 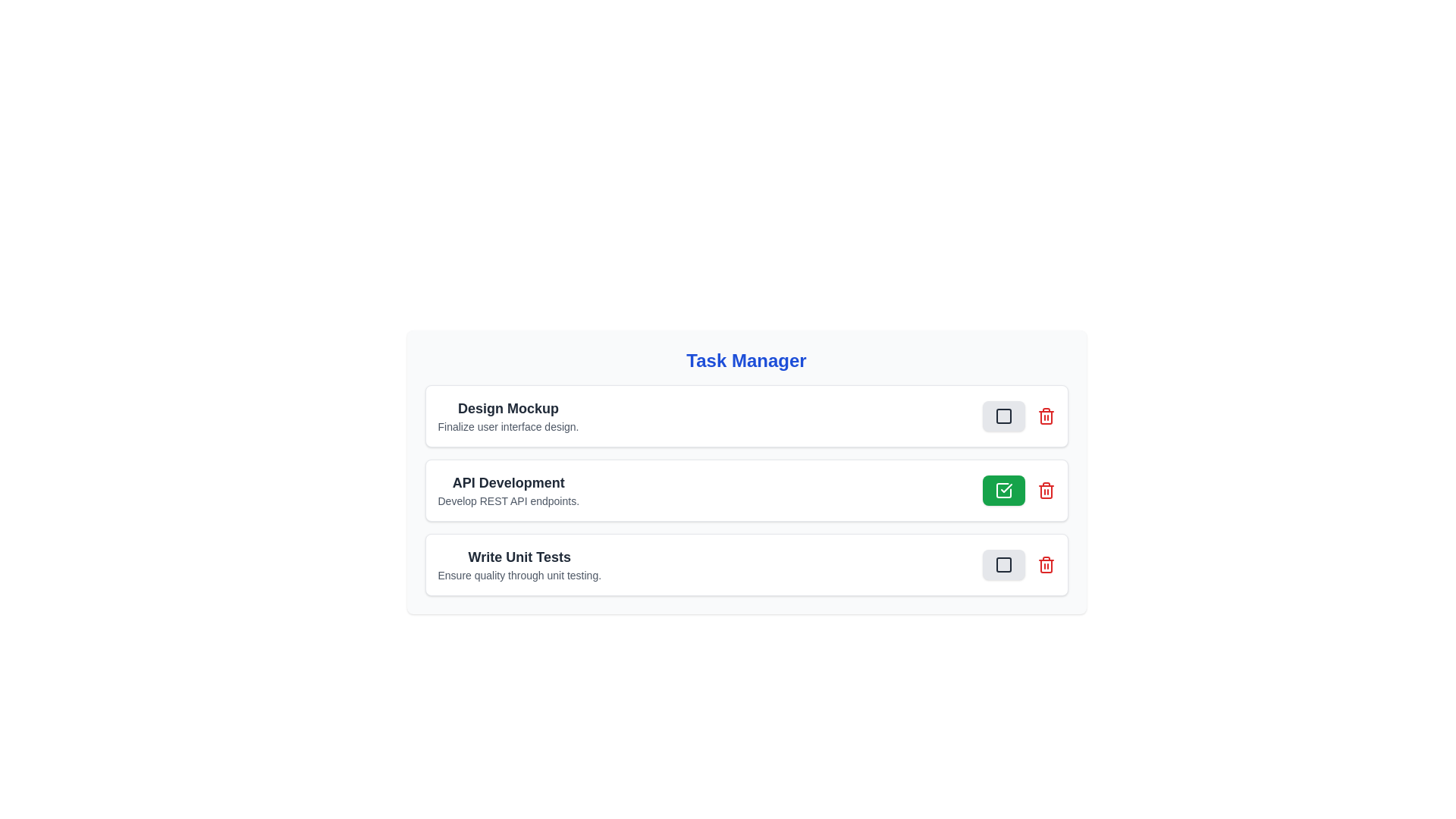 What do you see at coordinates (1003, 416) in the screenshot?
I see `the Toggle button located to the right of the 'Design Mockup' row in the task manager interface` at bounding box center [1003, 416].